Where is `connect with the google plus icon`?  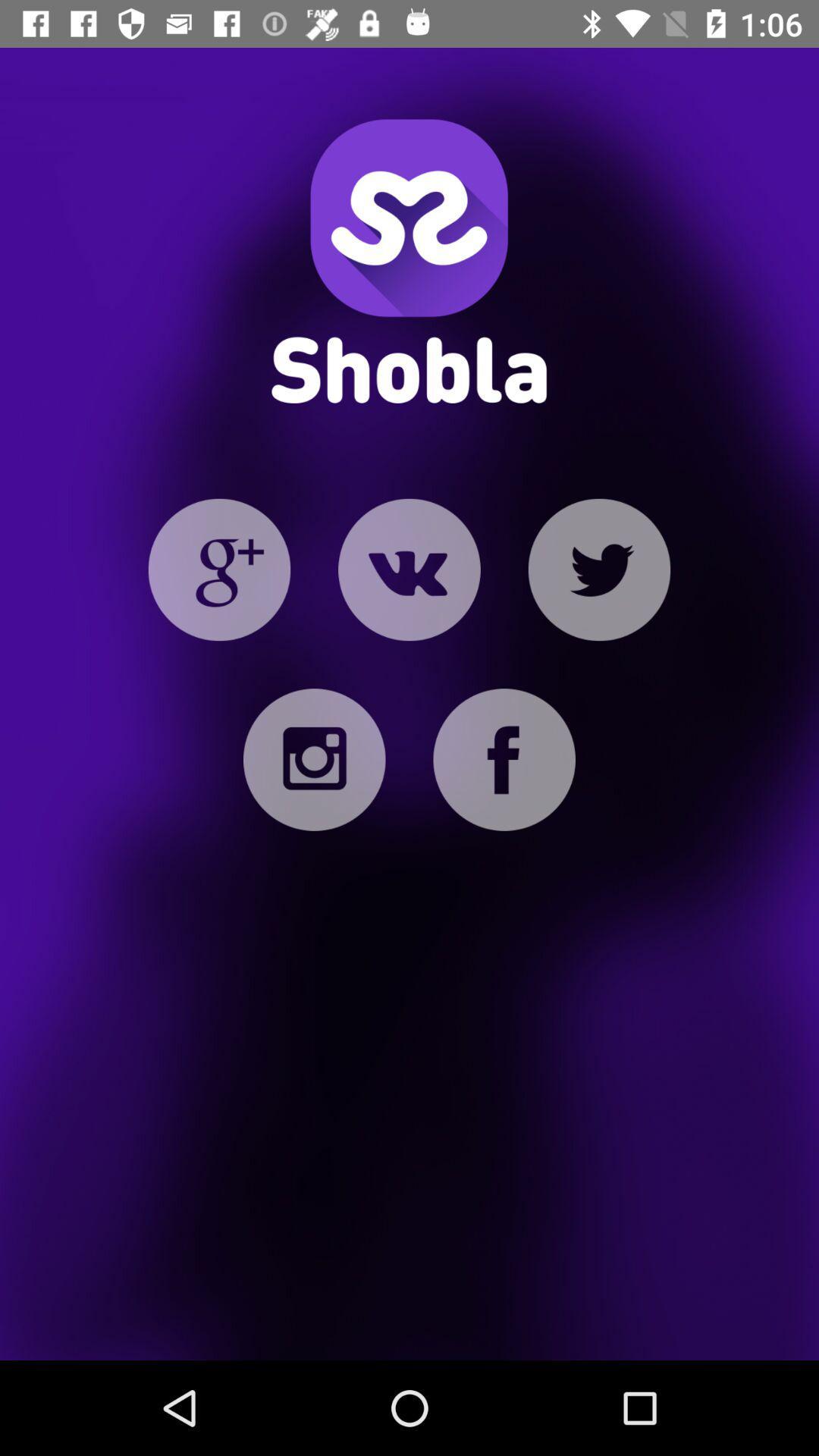 connect with the google plus icon is located at coordinates (219, 569).